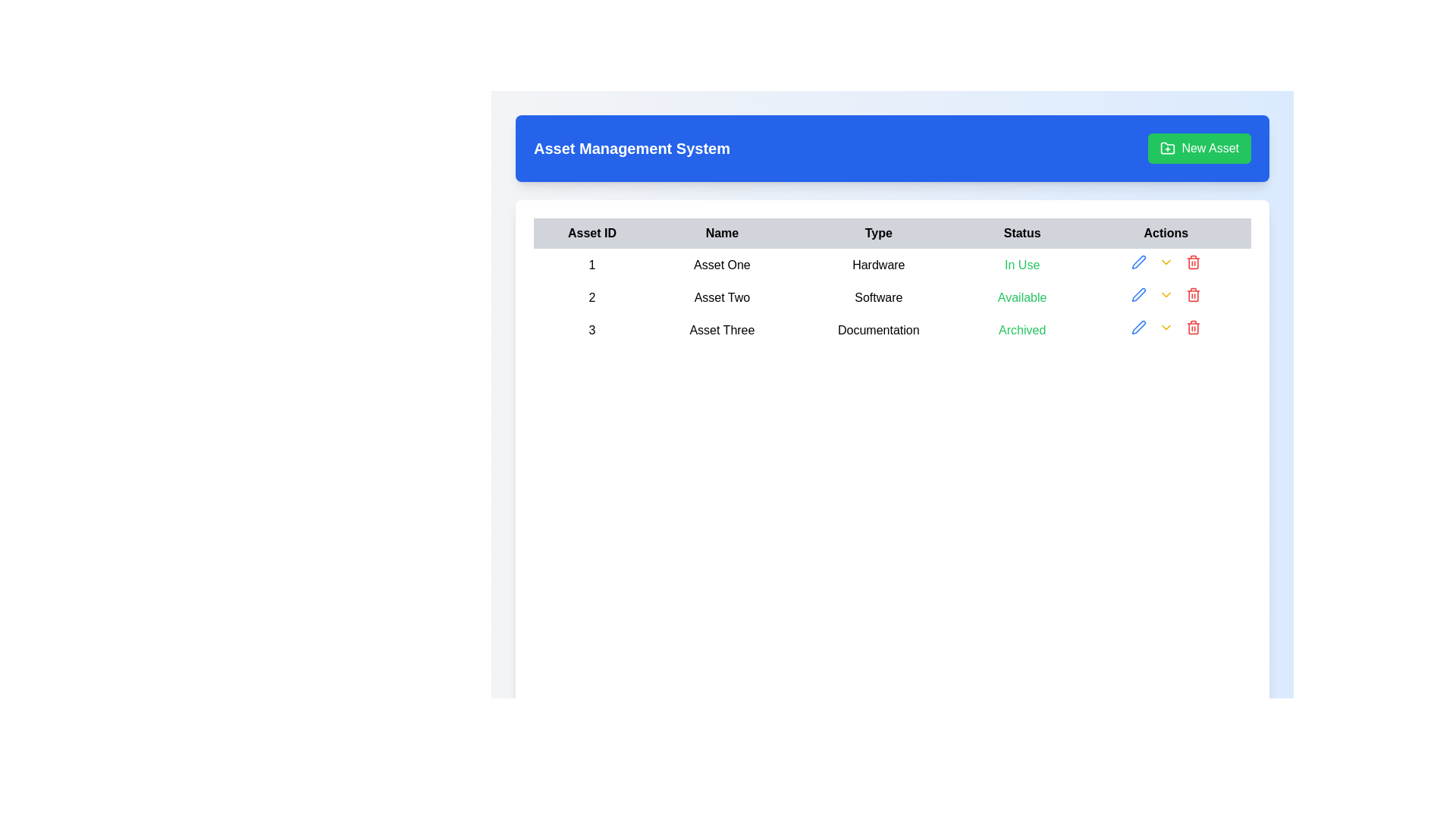 The width and height of the screenshot is (1456, 819). I want to click on the blue pen-shaped edit icon located in the 'Actions' column of the second row labeled '2, Asset Two, Software, Available' to initiate the edit action, so click(1138, 262).